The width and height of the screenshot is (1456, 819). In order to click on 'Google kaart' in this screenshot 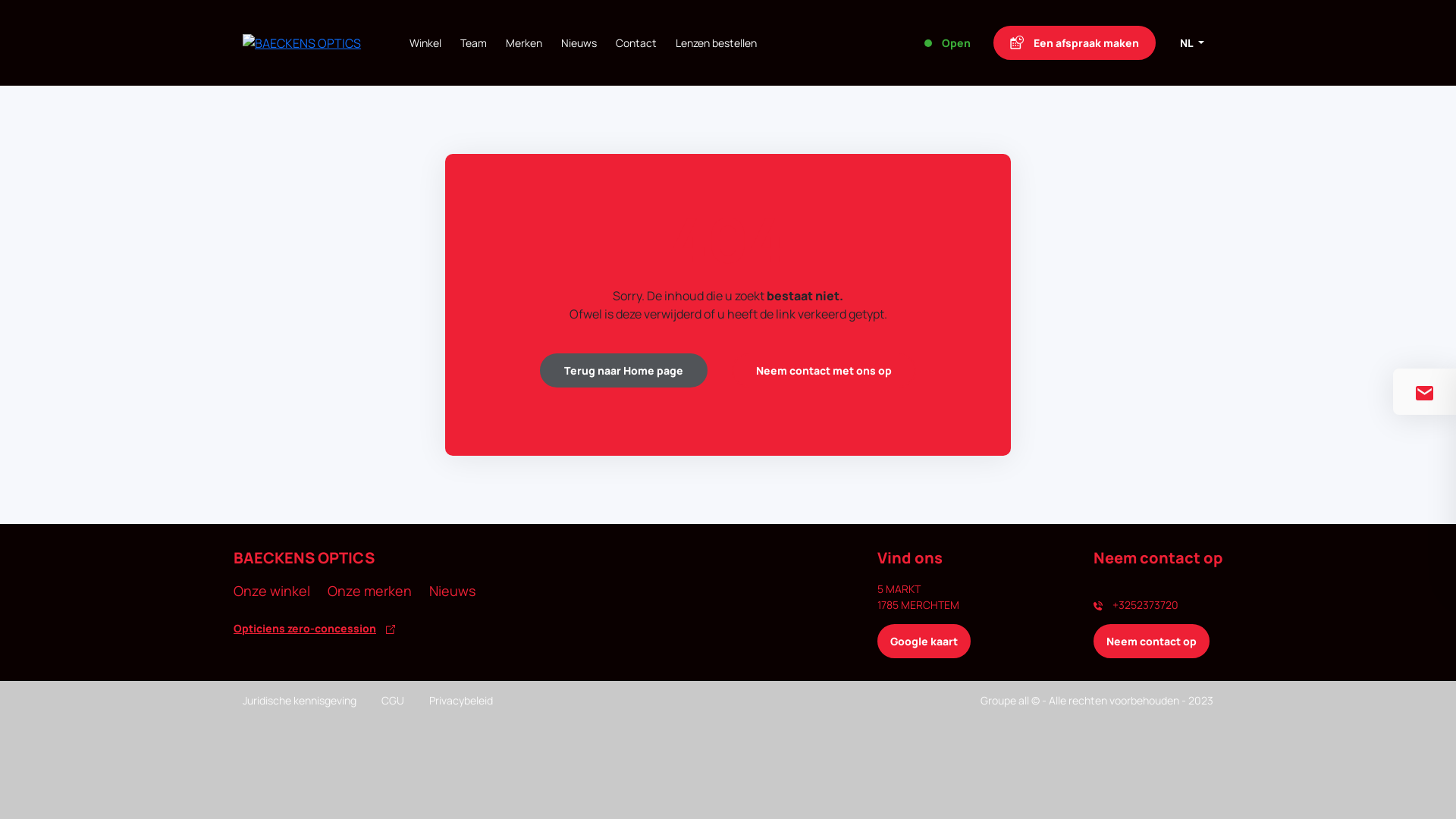, I will do `click(923, 641)`.